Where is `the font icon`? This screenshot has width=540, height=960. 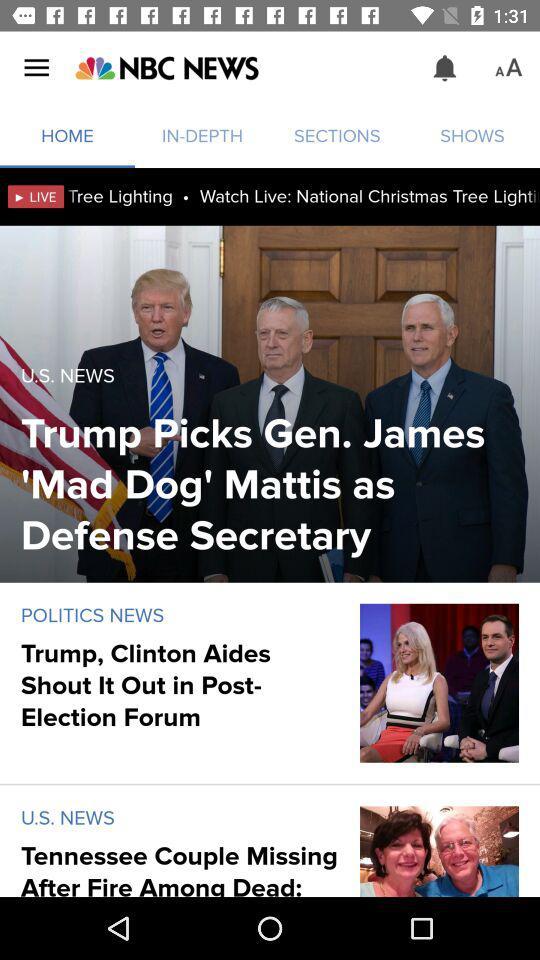 the font icon is located at coordinates (508, 68).